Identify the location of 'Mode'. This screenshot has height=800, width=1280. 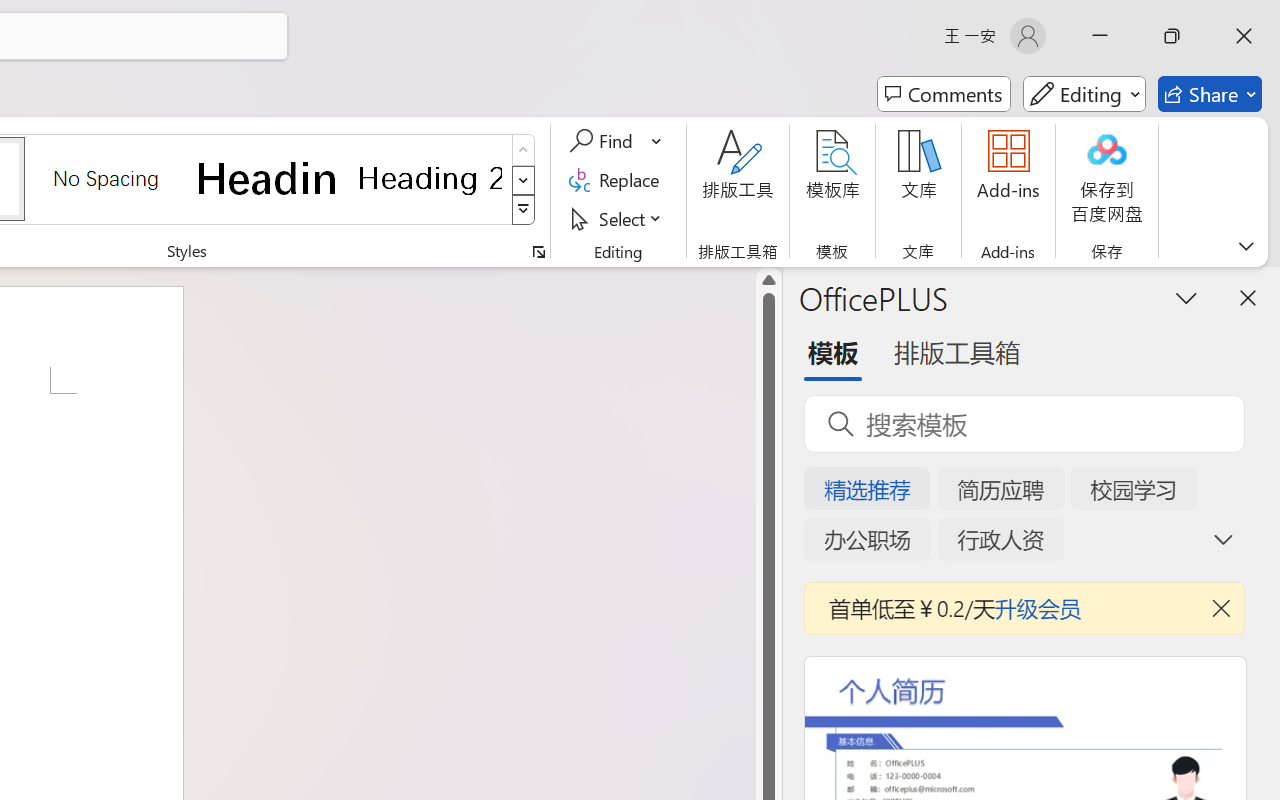
(1083, 94).